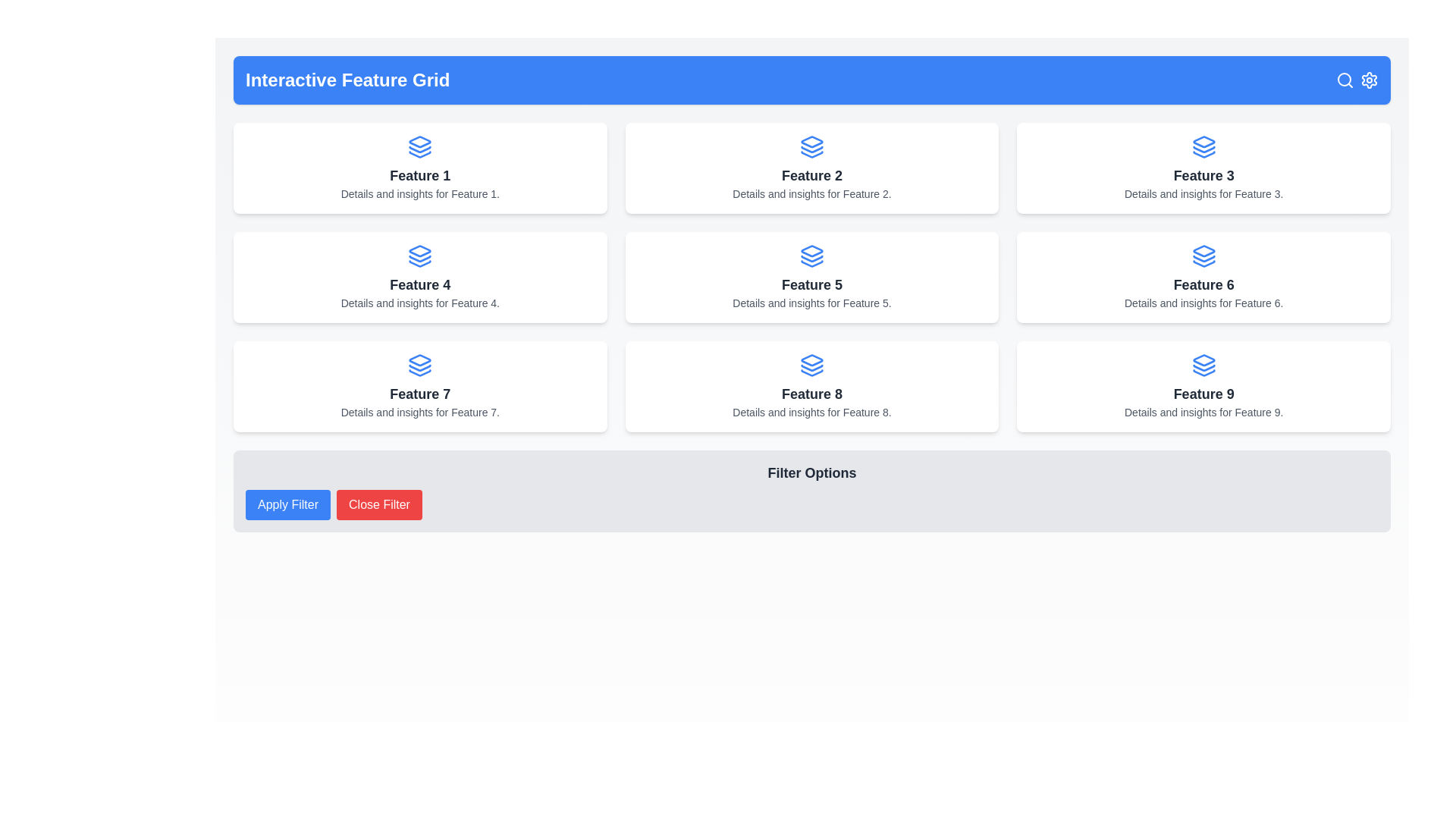 Image resolution: width=1456 pixels, height=819 pixels. What do you see at coordinates (347, 80) in the screenshot?
I see `text header located at the top of the interface, which serves as a title or label for the section or page` at bounding box center [347, 80].